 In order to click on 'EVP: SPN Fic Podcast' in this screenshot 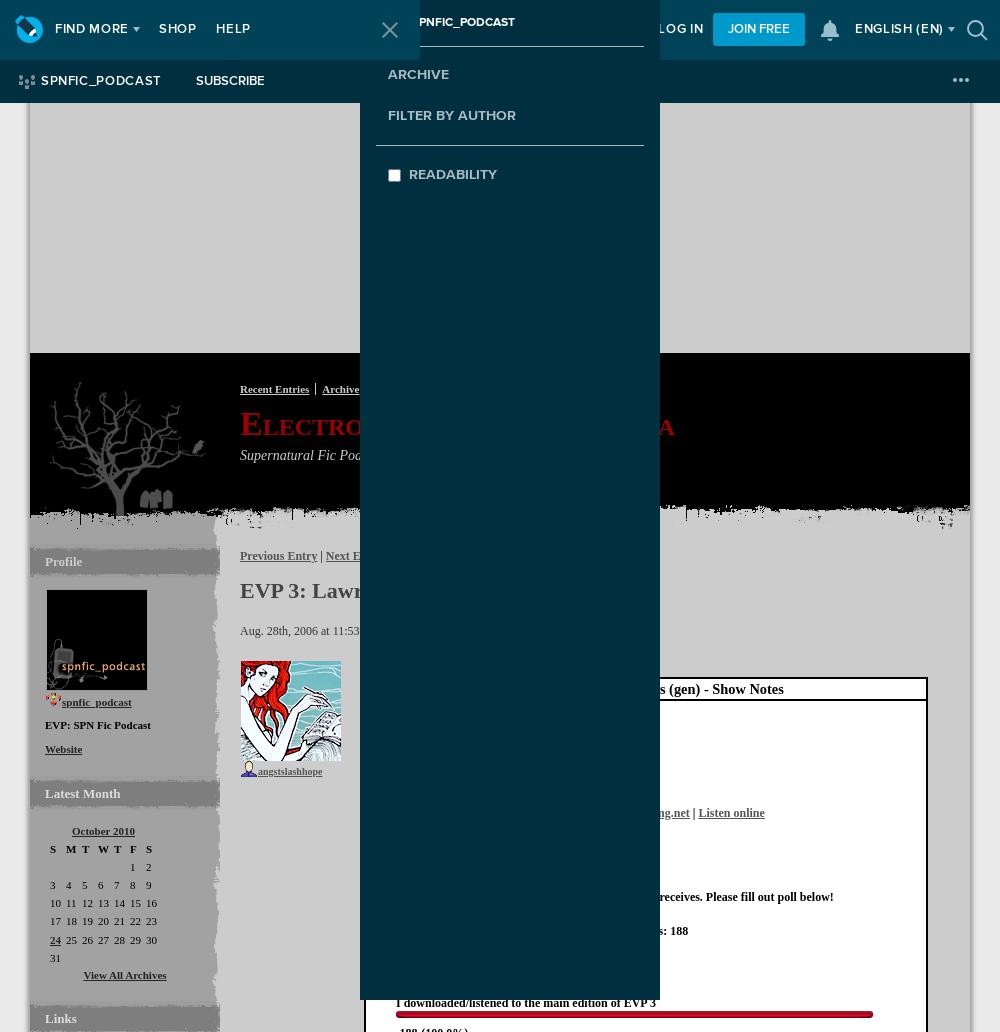, I will do `click(97, 723)`.